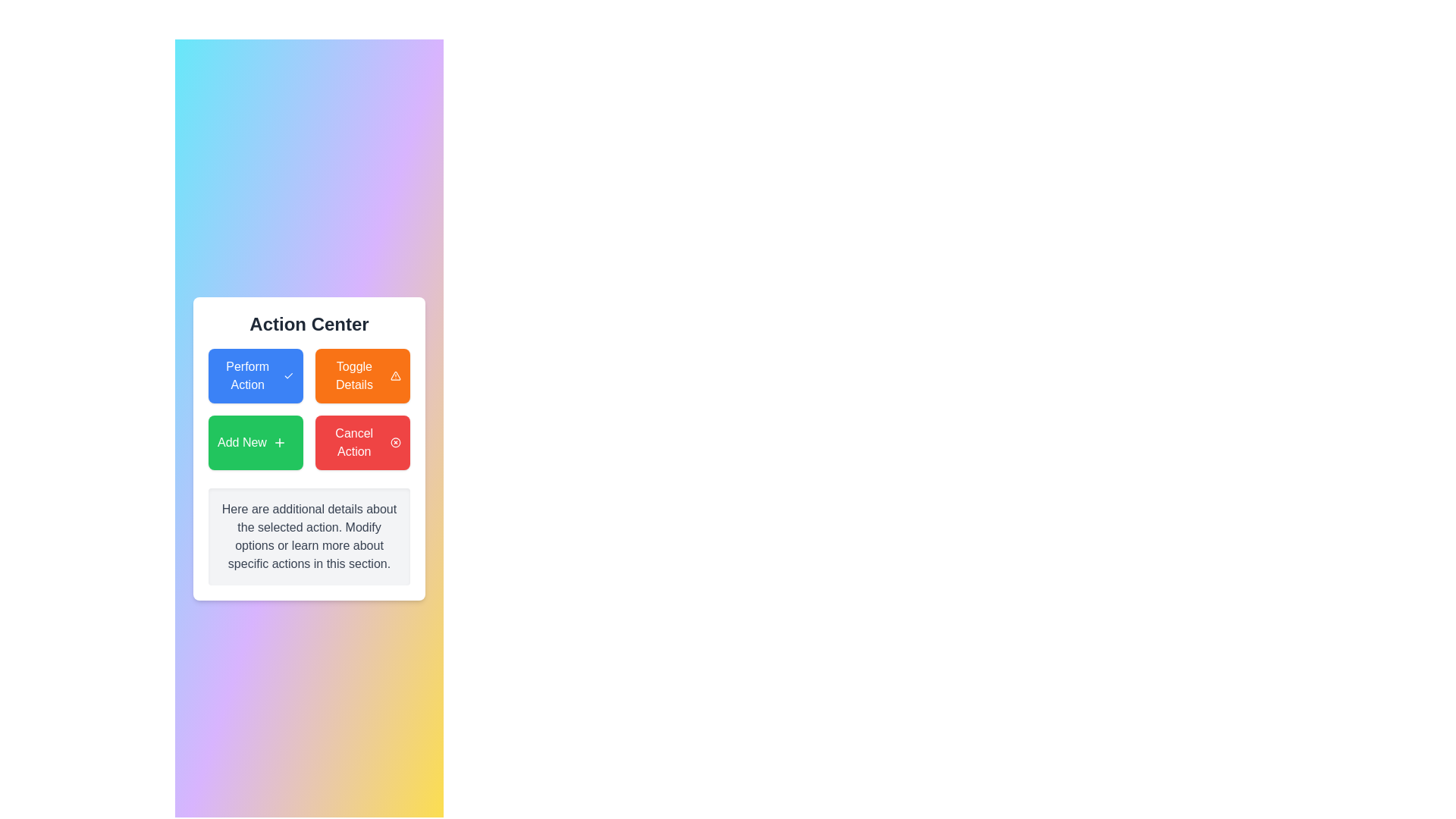 The image size is (1456, 819). I want to click on text from the informational text box located at the bottom of the 'Action Center' panel, directly below the four action buttons, so click(309, 536).